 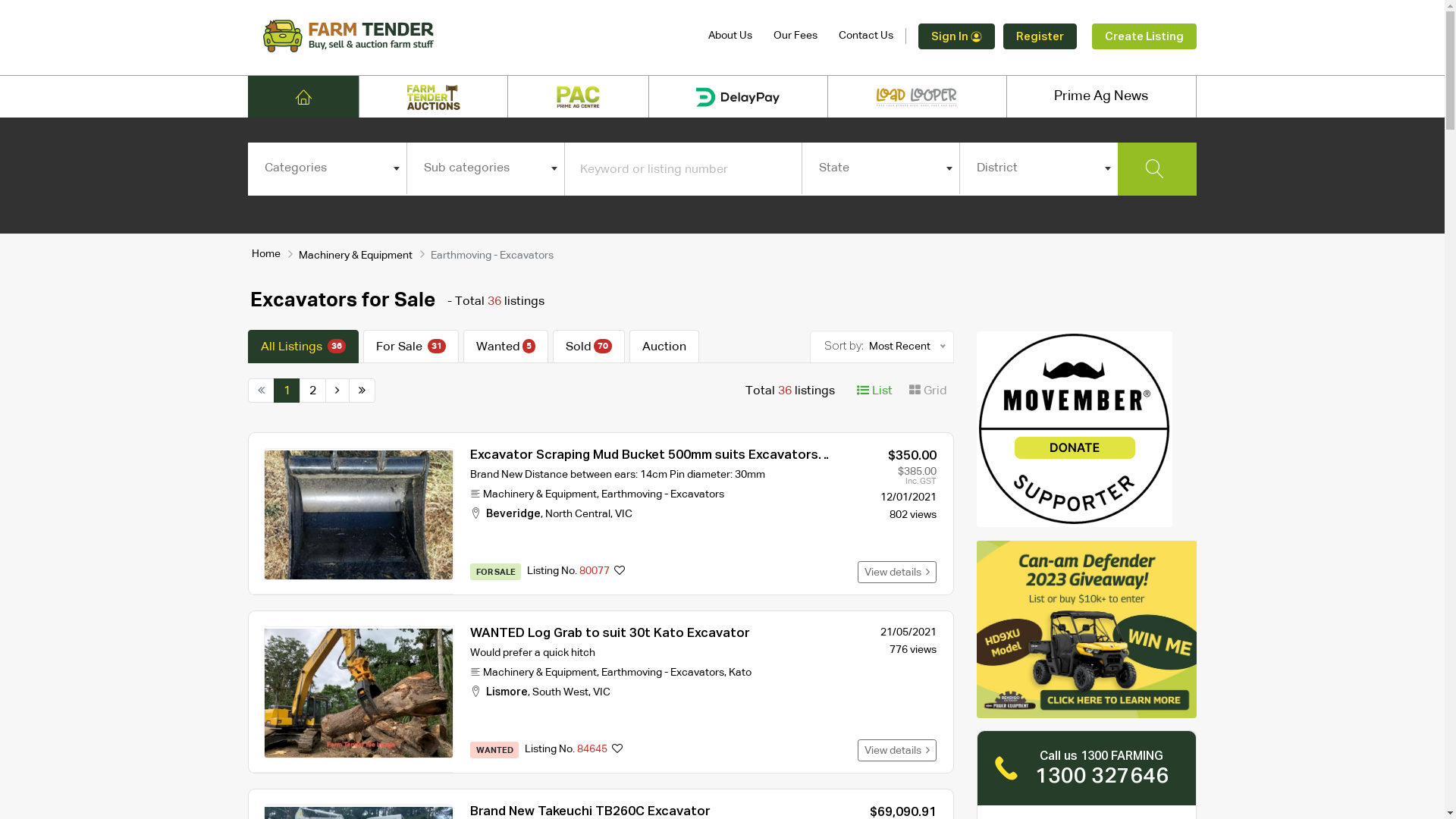 I want to click on 'List', so click(x=874, y=390).